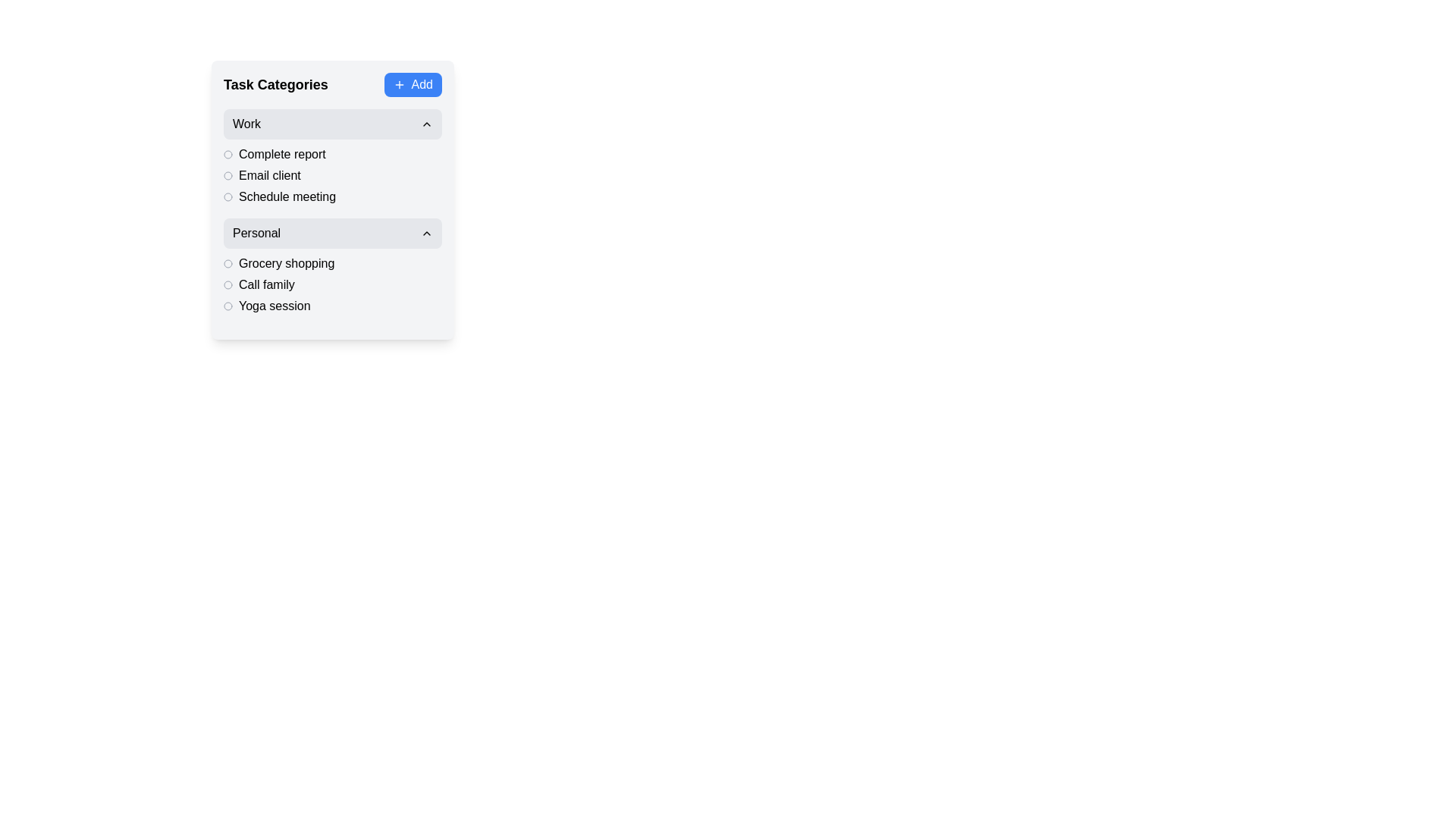  I want to click on the task item labeled 'Complete report' in the task management interface, which is the first item under the 'Work' category, so click(331, 155).